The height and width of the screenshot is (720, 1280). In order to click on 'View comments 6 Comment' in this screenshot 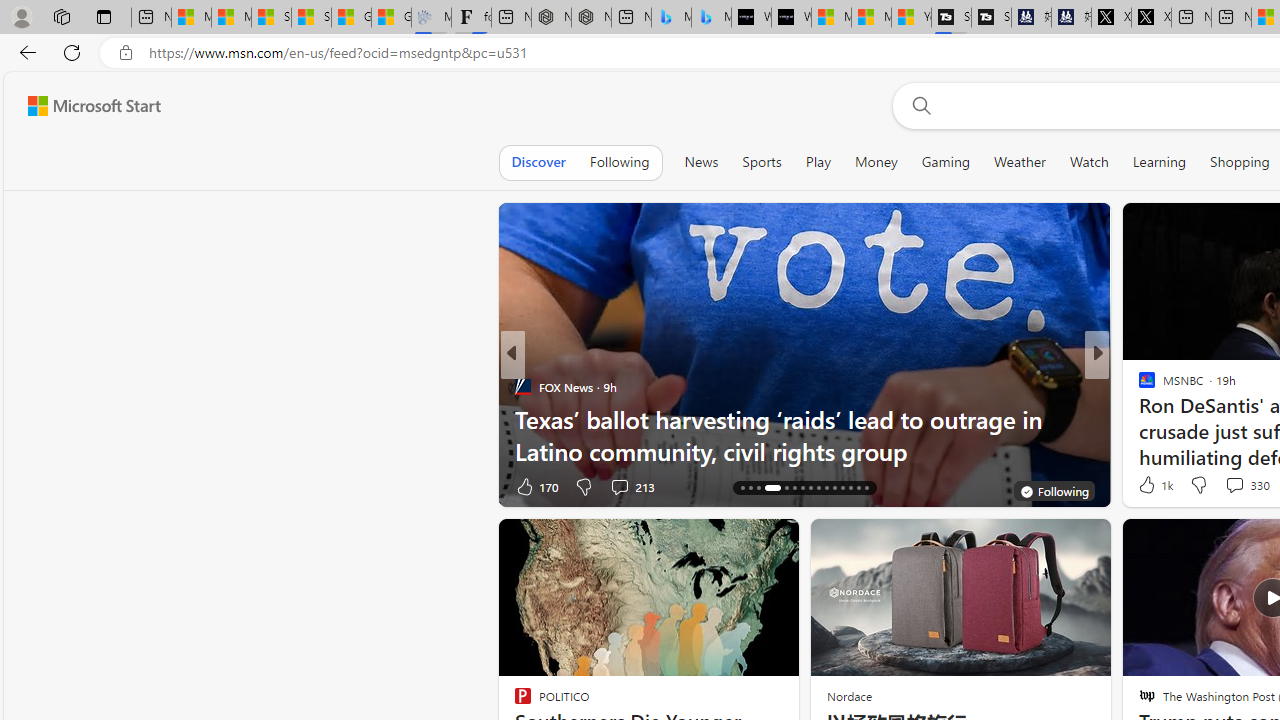, I will do `click(1234, 486)`.